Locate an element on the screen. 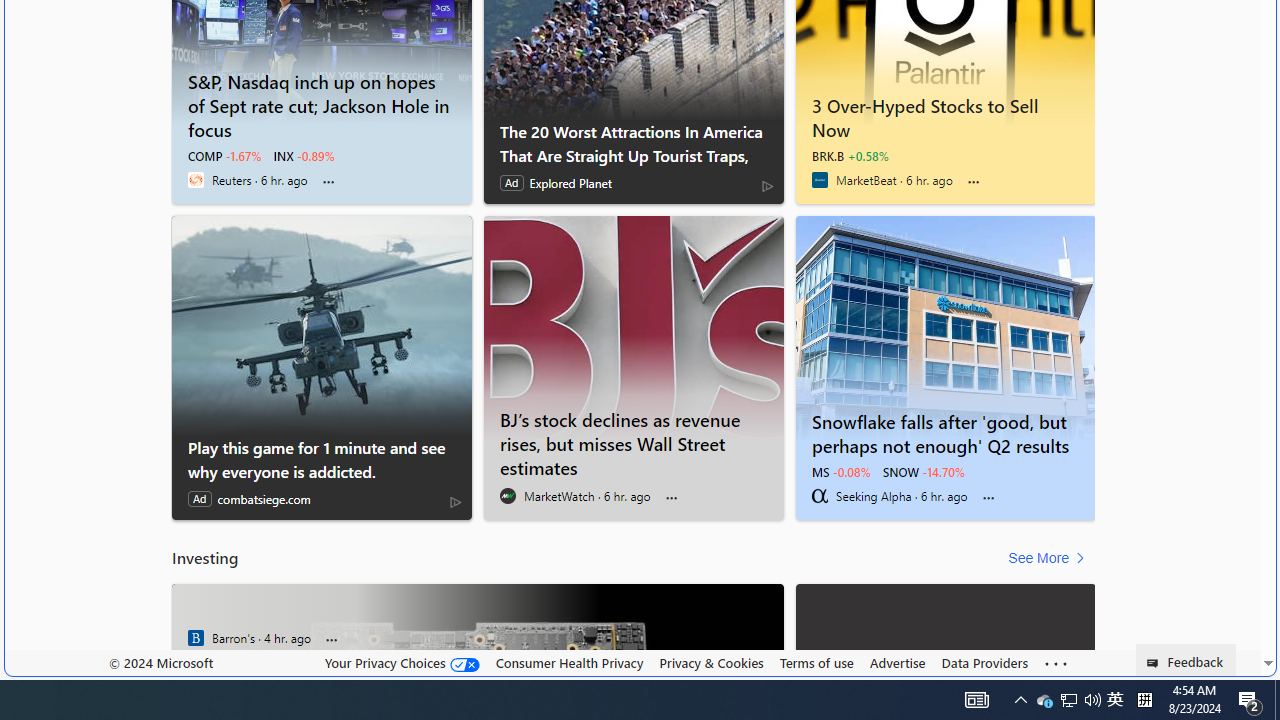 Image resolution: width=1280 pixels, height=720 pixels. 'COMP -1.67%' is located at coordinates (225, 155).